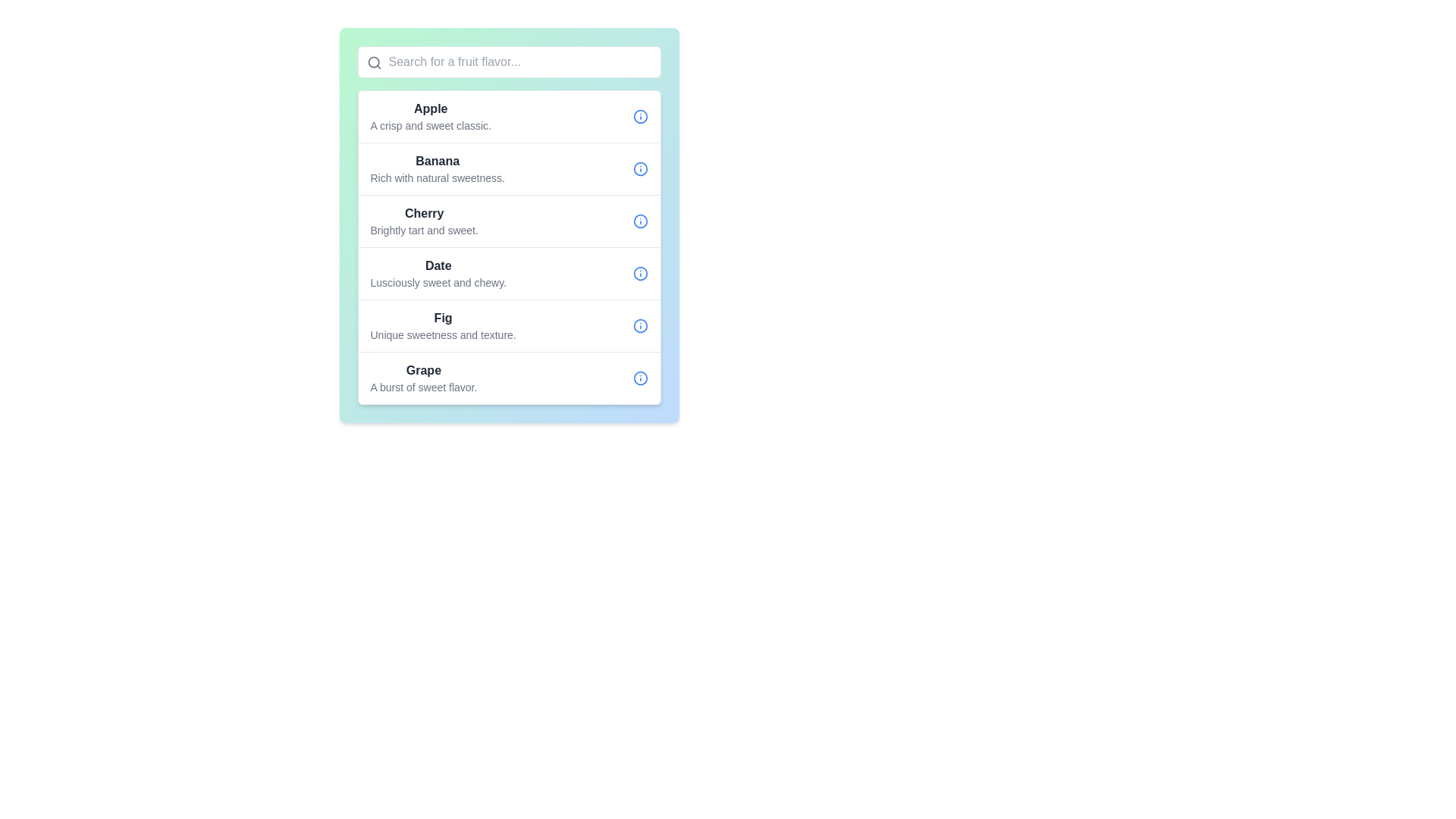  I want to click on the informational icon located in the rightmost position of the row labeled 'Fig Unique sweetness and texture.', so click(640, 325).